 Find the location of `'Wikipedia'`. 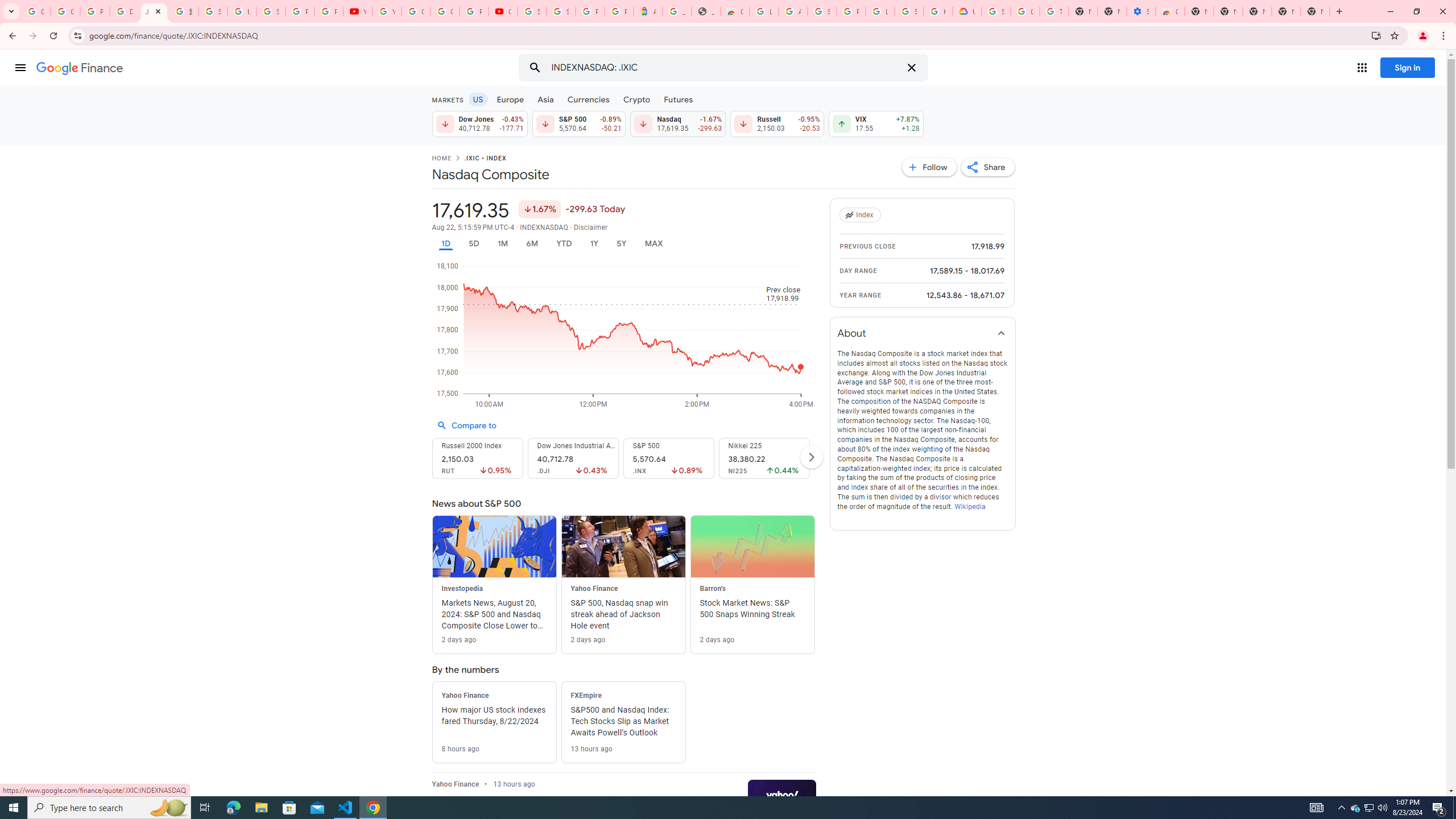

'Wikipedia' is located at coordinates (969, 506).